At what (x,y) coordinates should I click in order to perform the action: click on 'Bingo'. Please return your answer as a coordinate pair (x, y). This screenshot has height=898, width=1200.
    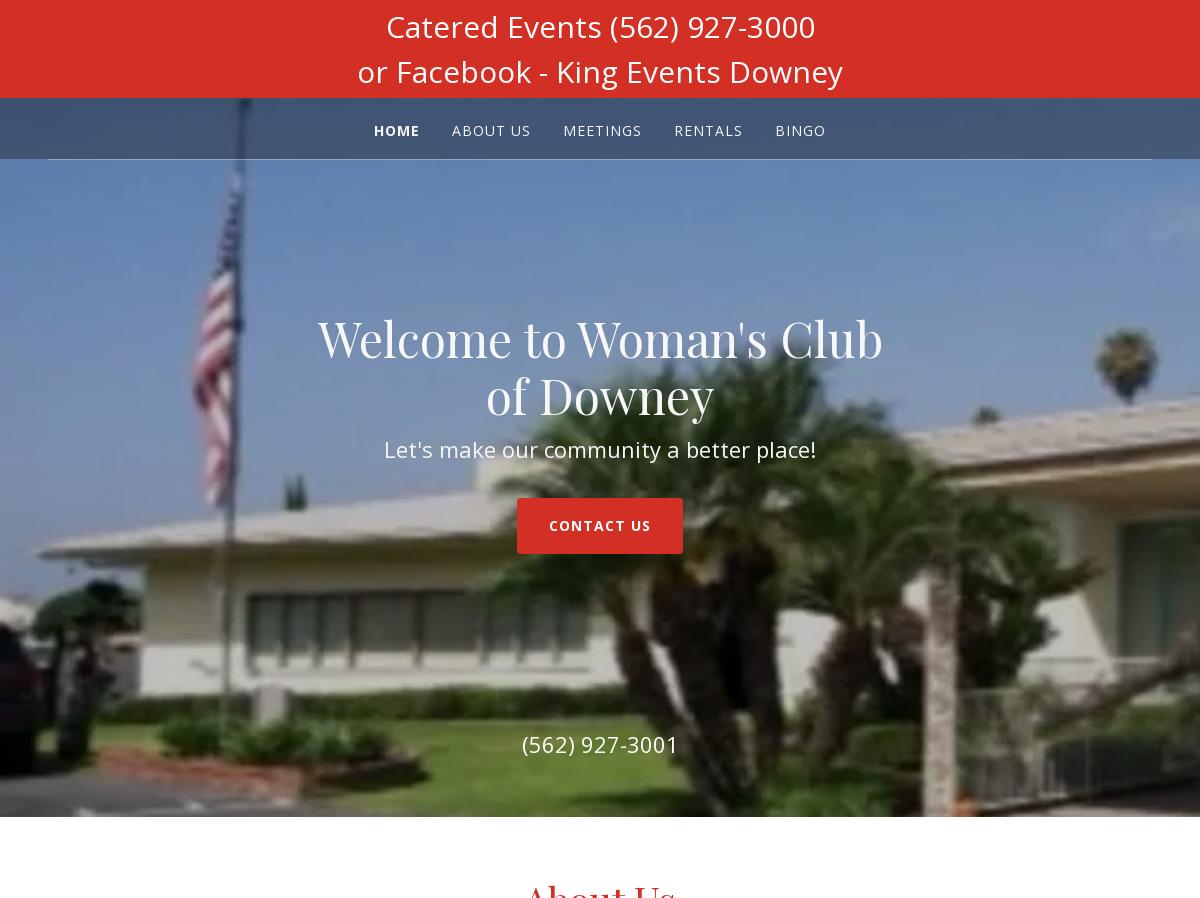
    Looking at the image, I should click on (773, 129).